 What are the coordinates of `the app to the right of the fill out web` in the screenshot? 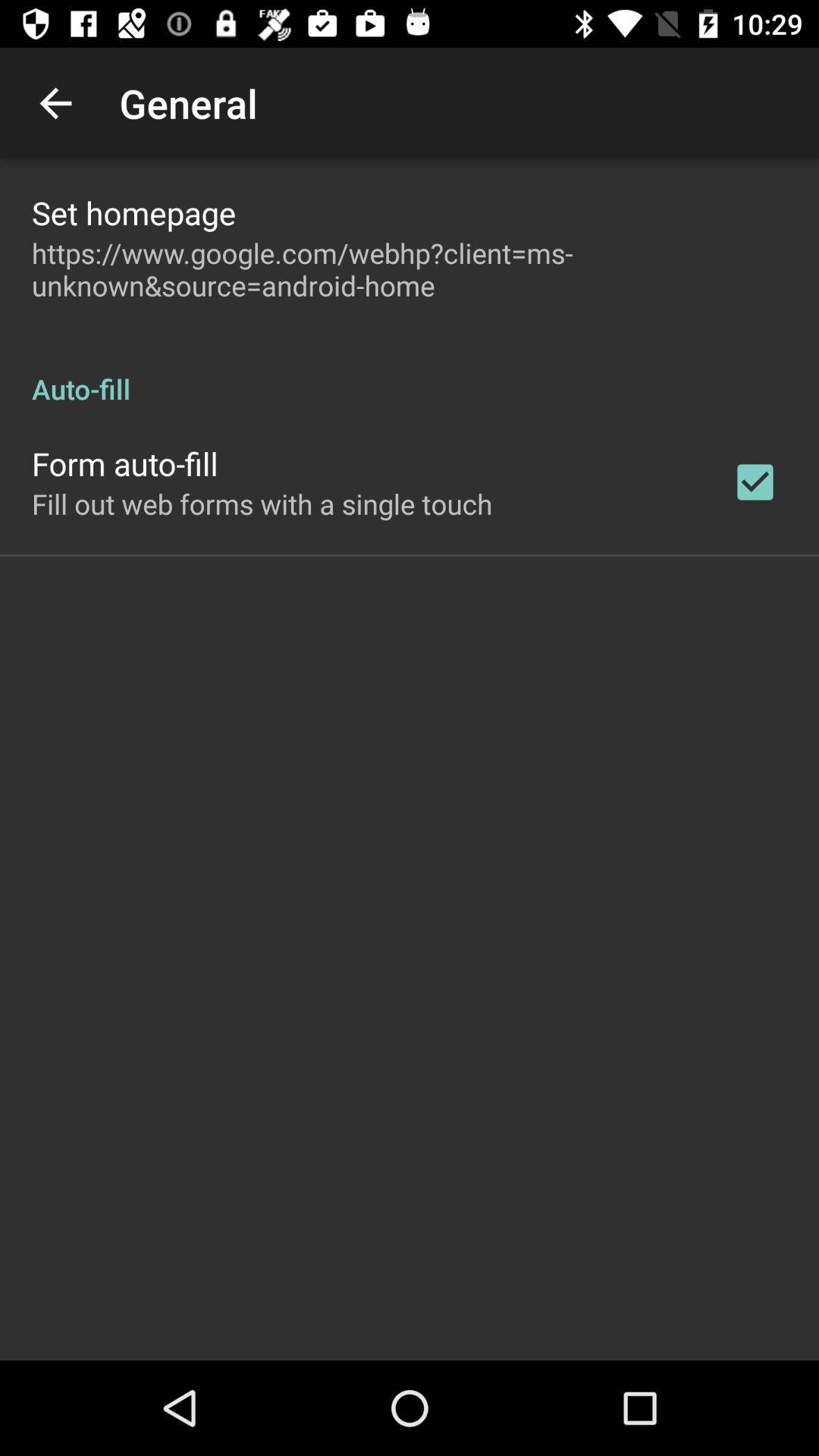 It's located at (755, 481).